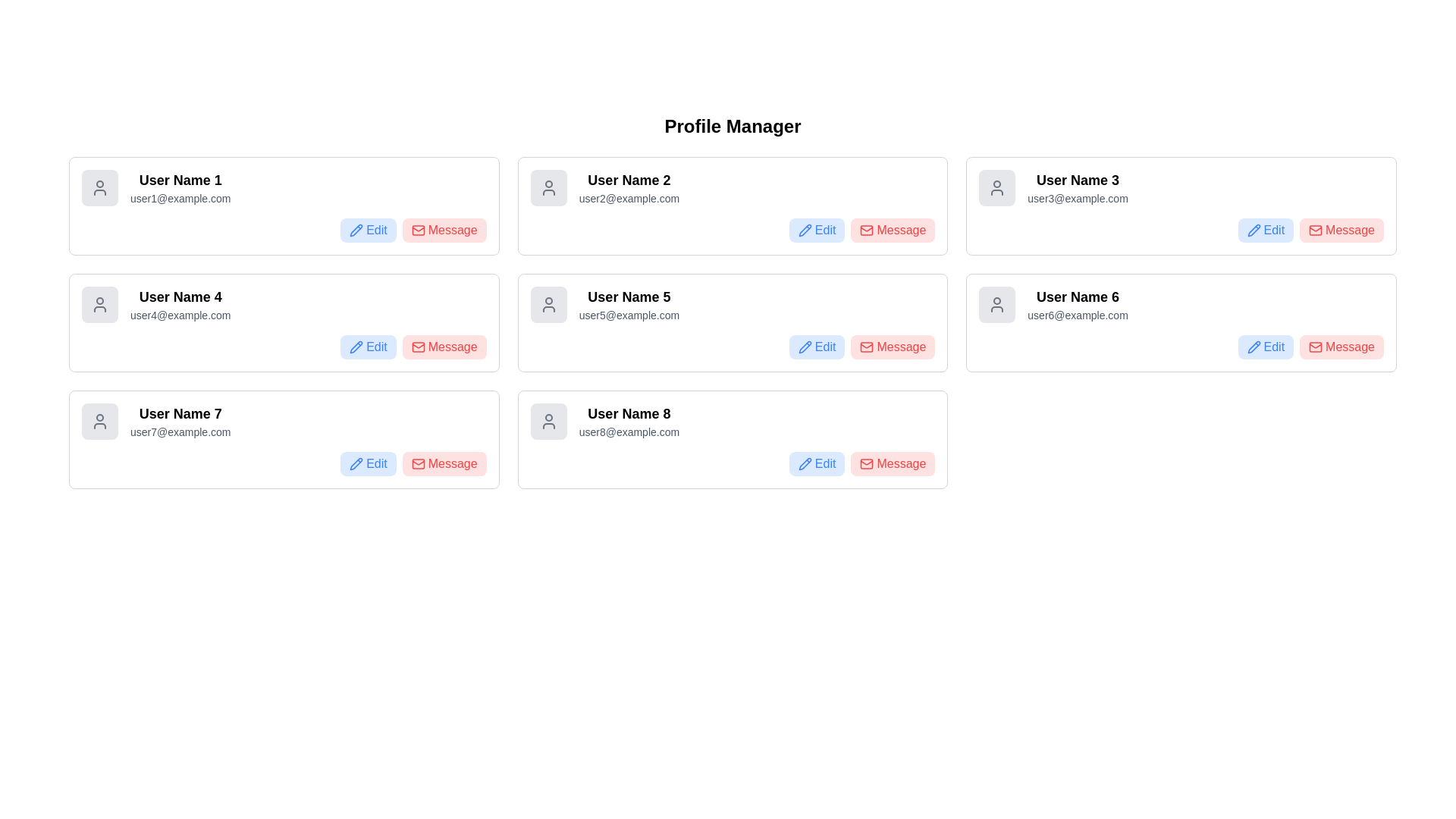  I want to click on the text label displaying the user's email address located in the bottom portion of the eighth profile card in the bottom-right corner of the grid layout, so click(629, 432).